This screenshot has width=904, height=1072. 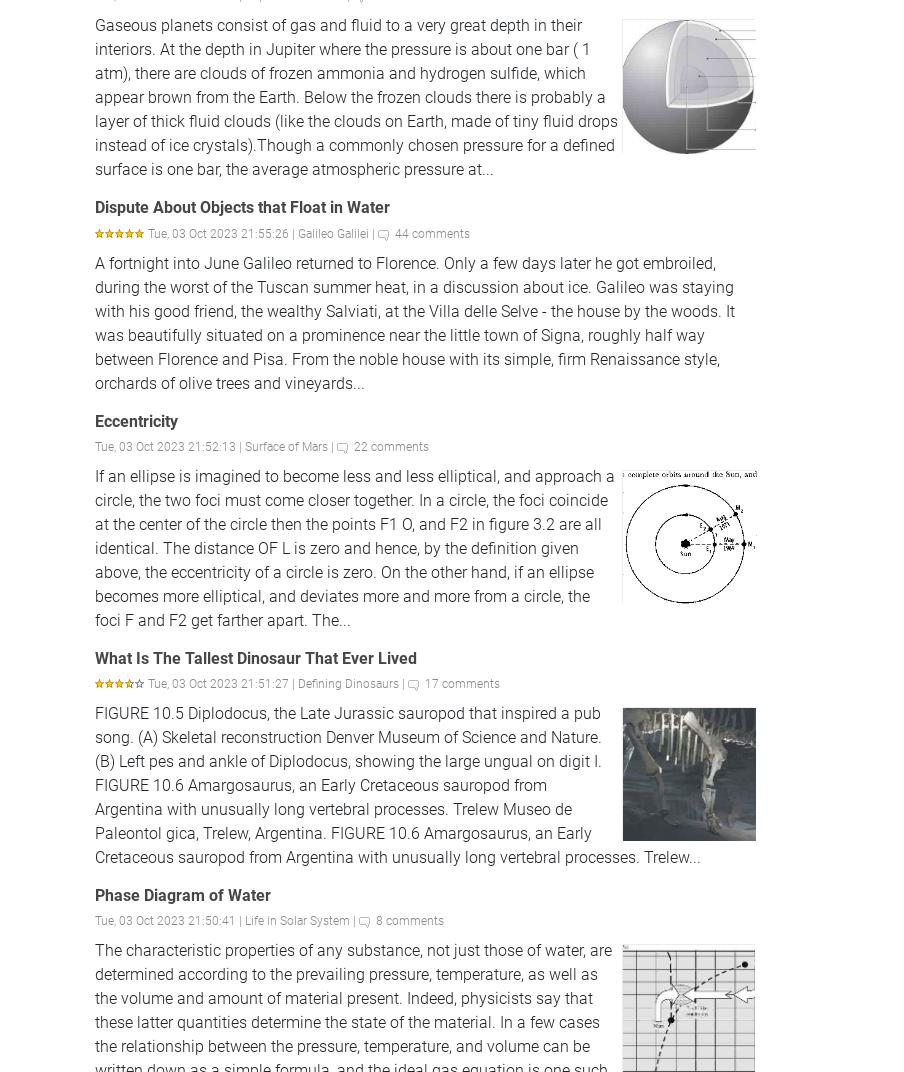 I want to click on 'Phase Diagram of Water', so click(x=182, y=894).